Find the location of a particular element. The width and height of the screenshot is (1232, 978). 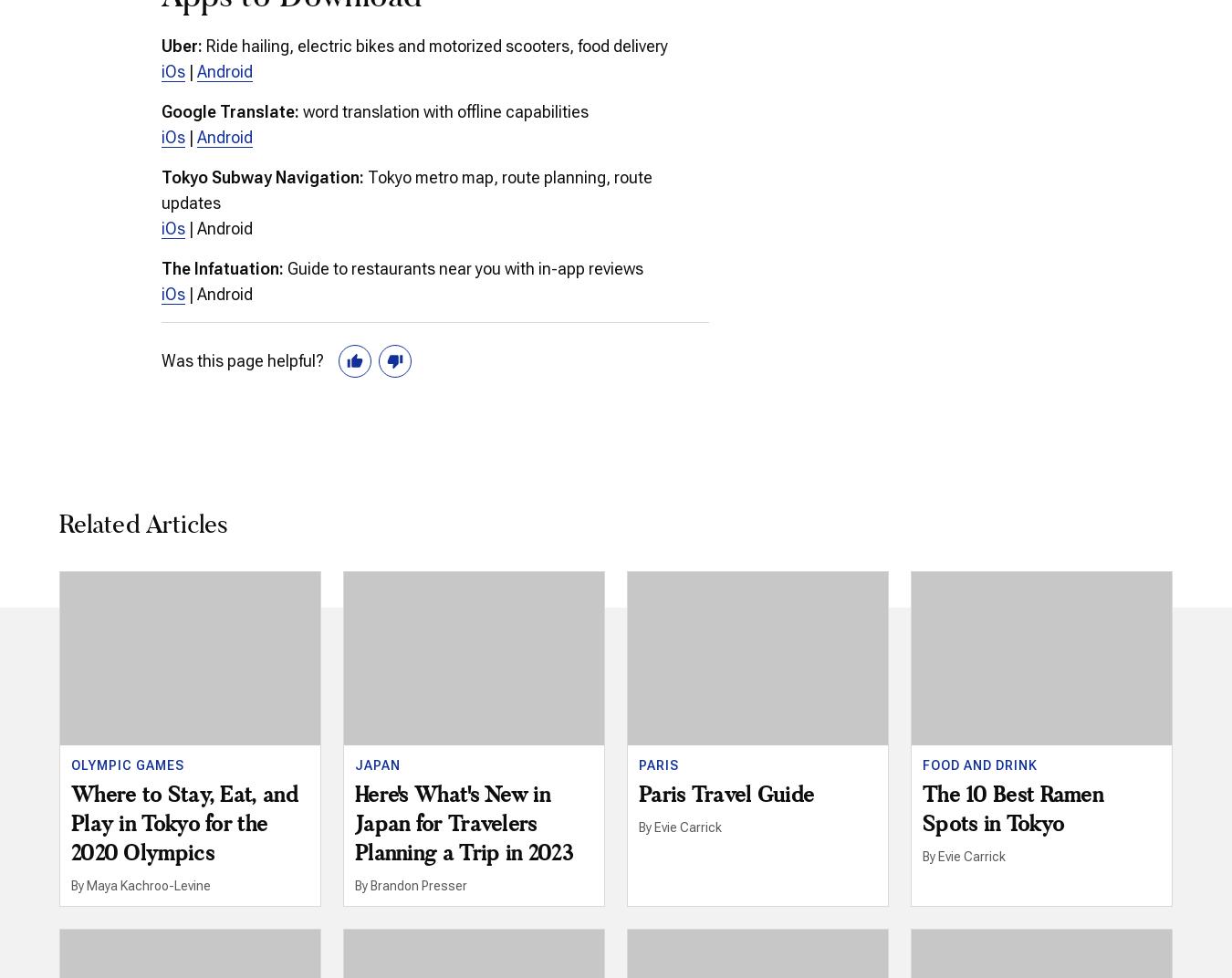

'Guide to restaurants near you with in-app reviews' is located at coordinates (463, 266).